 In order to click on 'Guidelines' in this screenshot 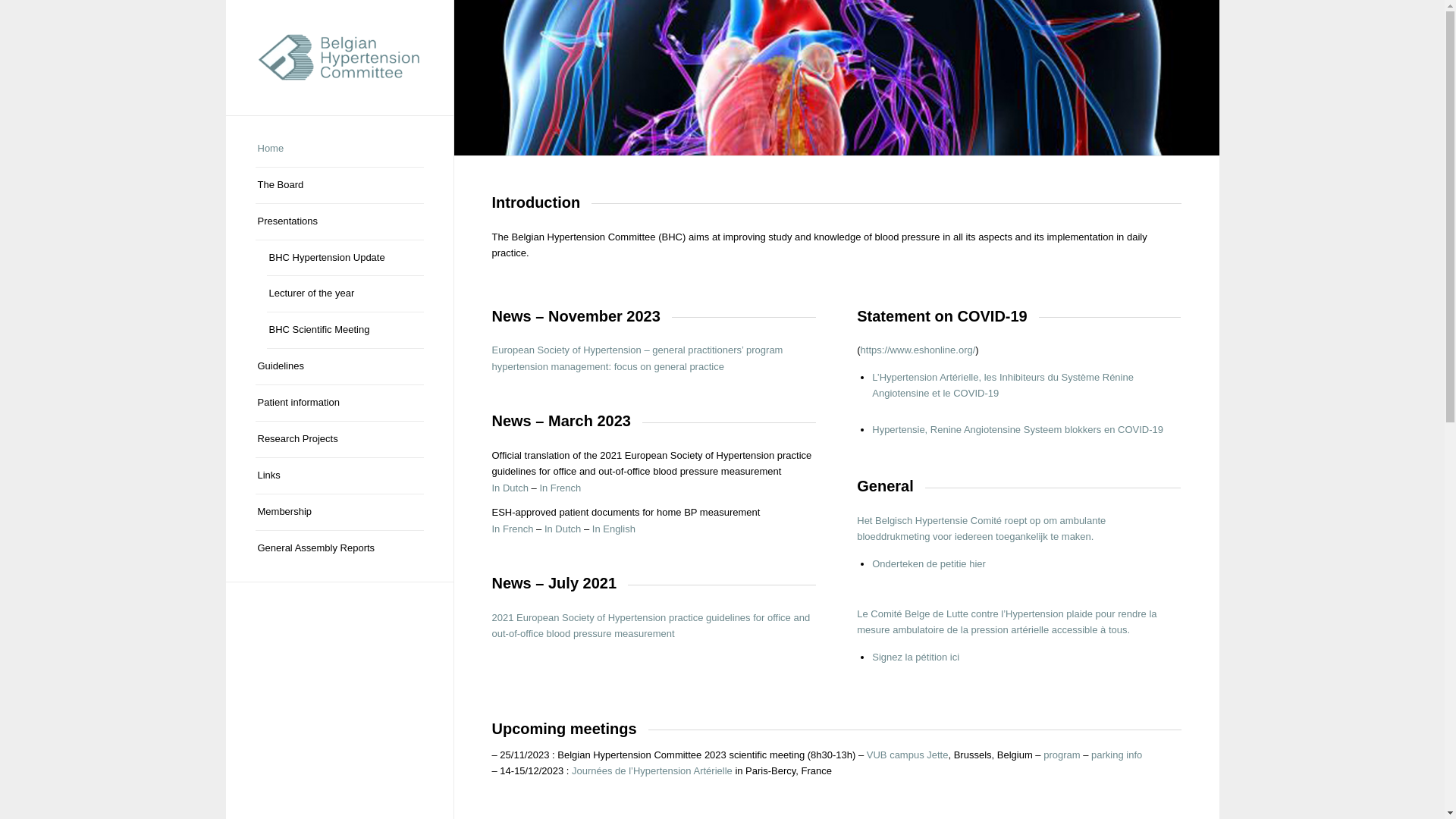, I will do `click(337, 366)`.